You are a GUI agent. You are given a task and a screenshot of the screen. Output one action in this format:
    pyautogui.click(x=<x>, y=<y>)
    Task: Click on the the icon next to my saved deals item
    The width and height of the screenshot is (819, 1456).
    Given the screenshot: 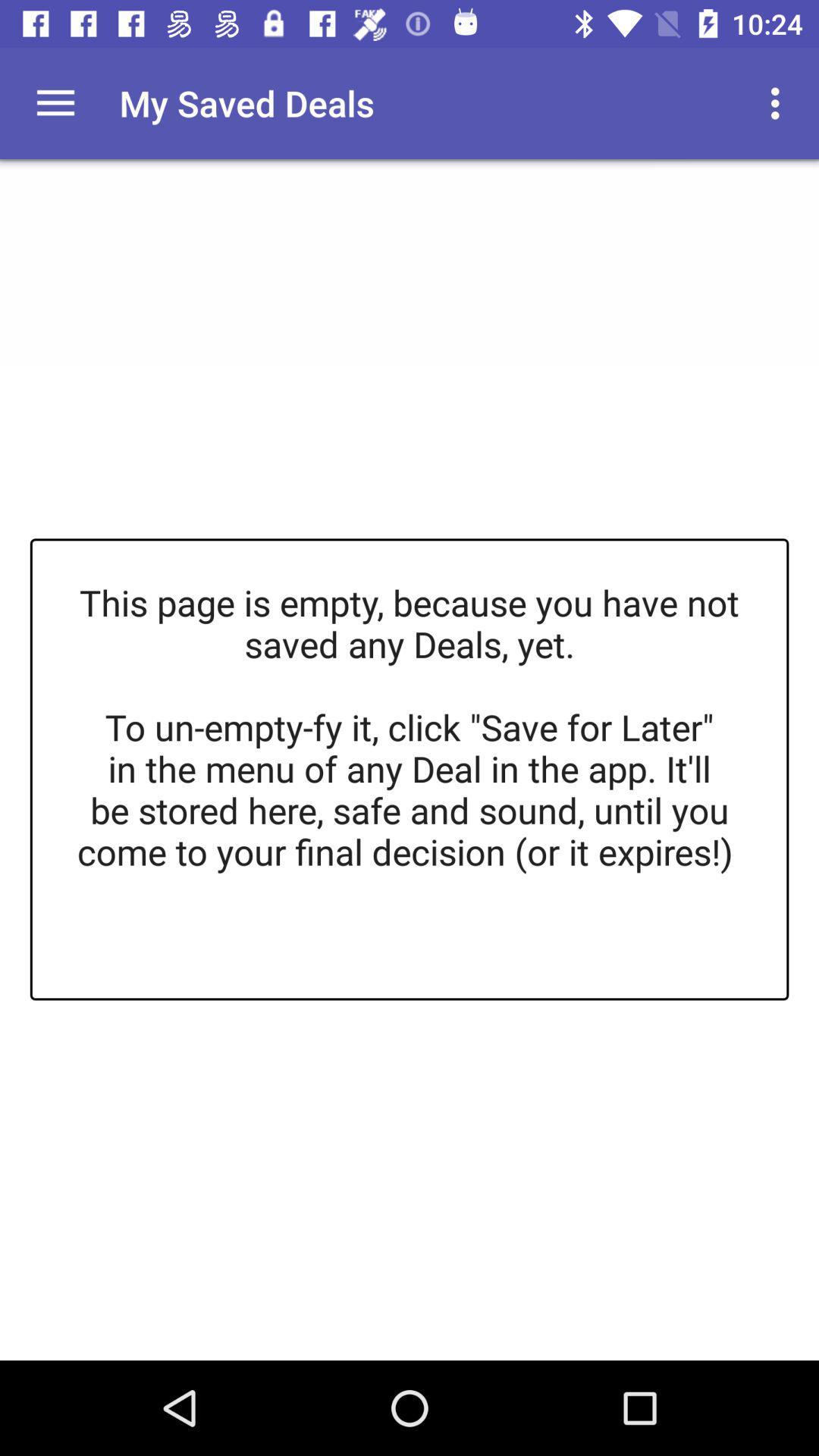 What is the action you would take?
    pyautogui.click(x=55, y=102)
    